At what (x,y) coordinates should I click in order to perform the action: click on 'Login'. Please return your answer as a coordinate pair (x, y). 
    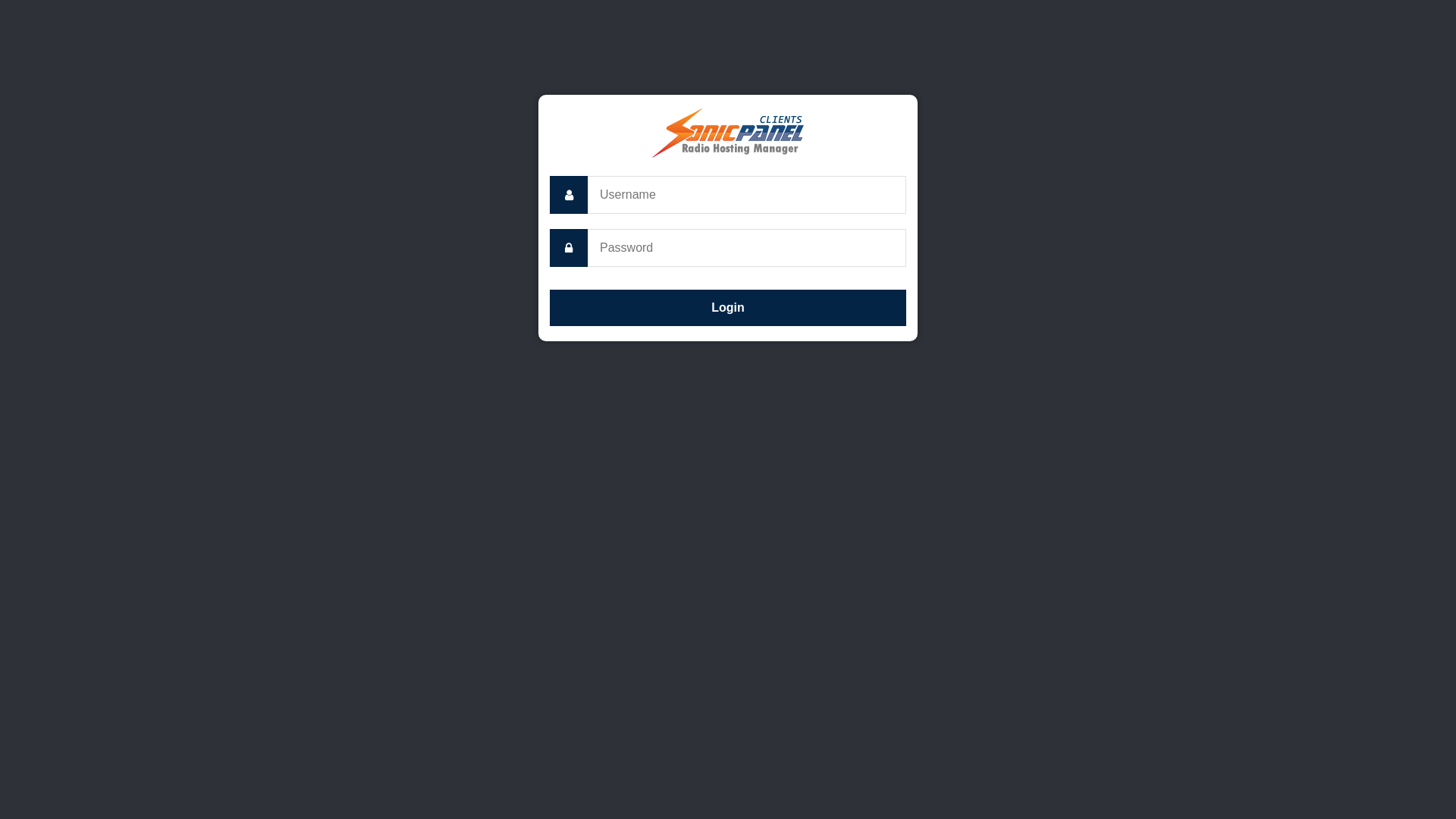
    Looking at the image, I should click on (728, 307).